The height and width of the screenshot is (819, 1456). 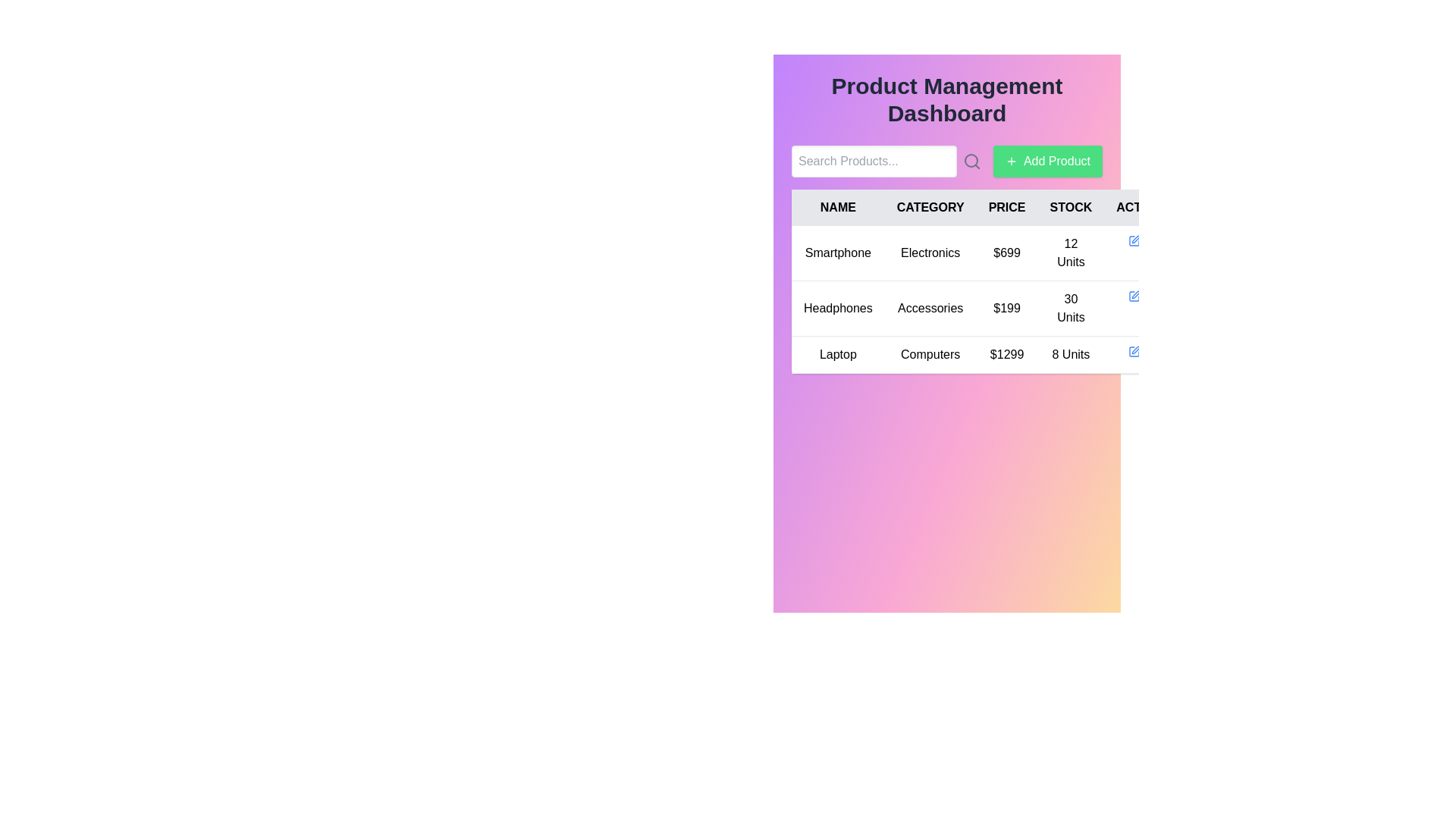 What do you see at coordinates (987, 300) in the screenshot?
I see `the second row of the product details table, which is located between the rows for 'Smartphone' and 'Laptop'` at bounding box center [987, 300].